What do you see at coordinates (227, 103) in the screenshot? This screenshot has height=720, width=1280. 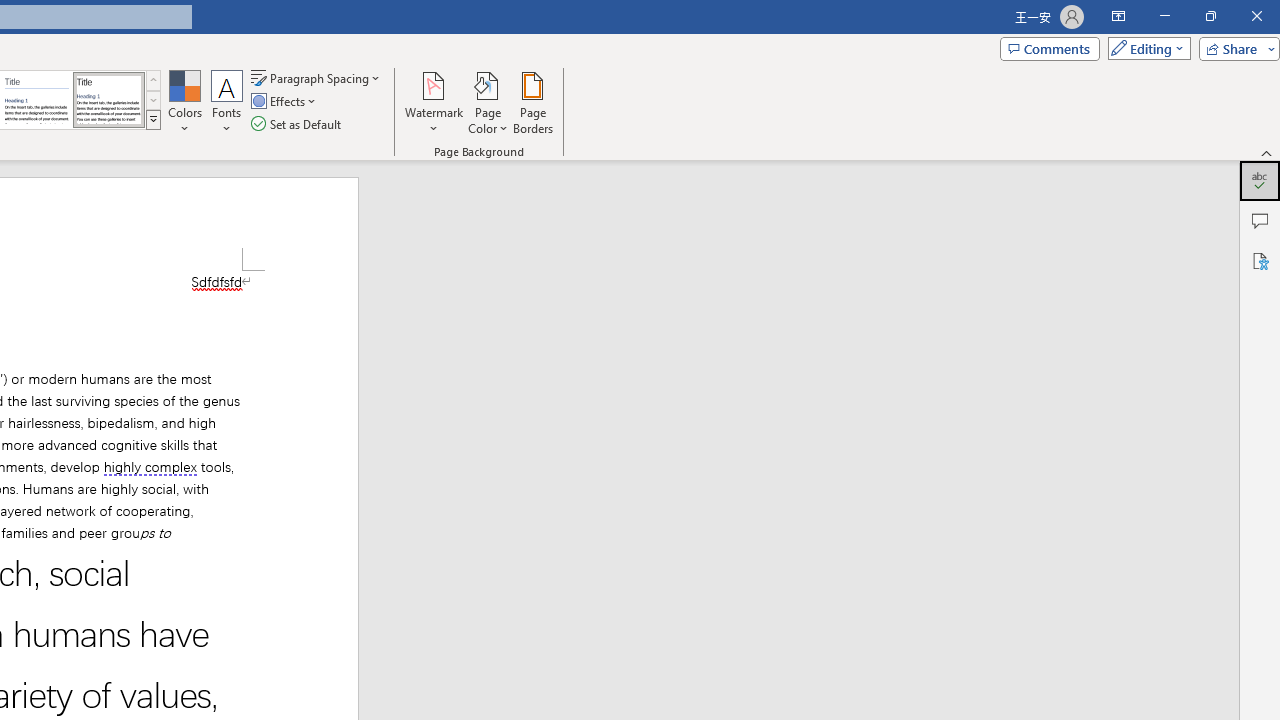 I see `'Fonts'` at bounding box center [227, 103].